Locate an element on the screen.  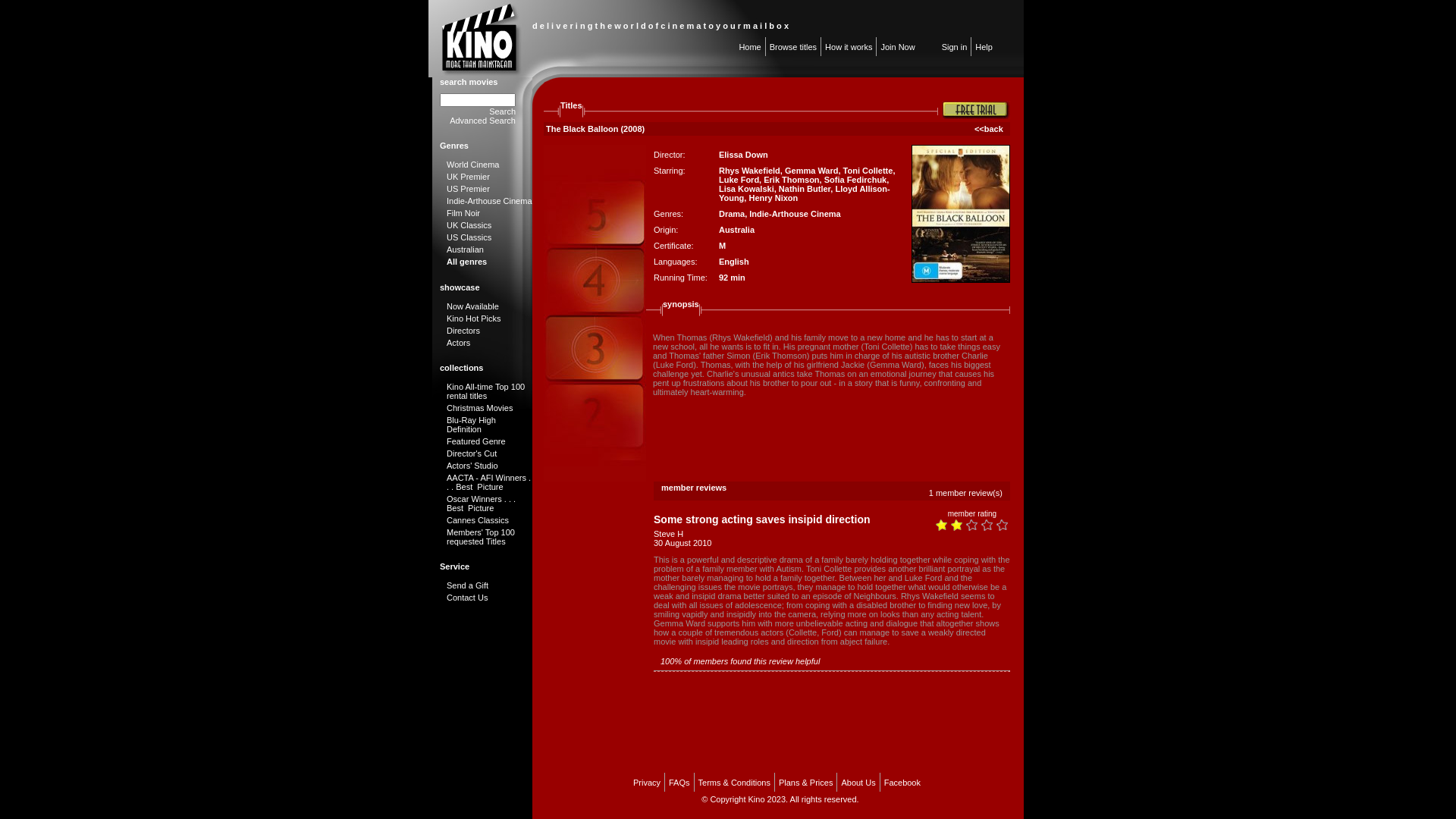
'Send a Gift' is located at coordinates (466, 584).